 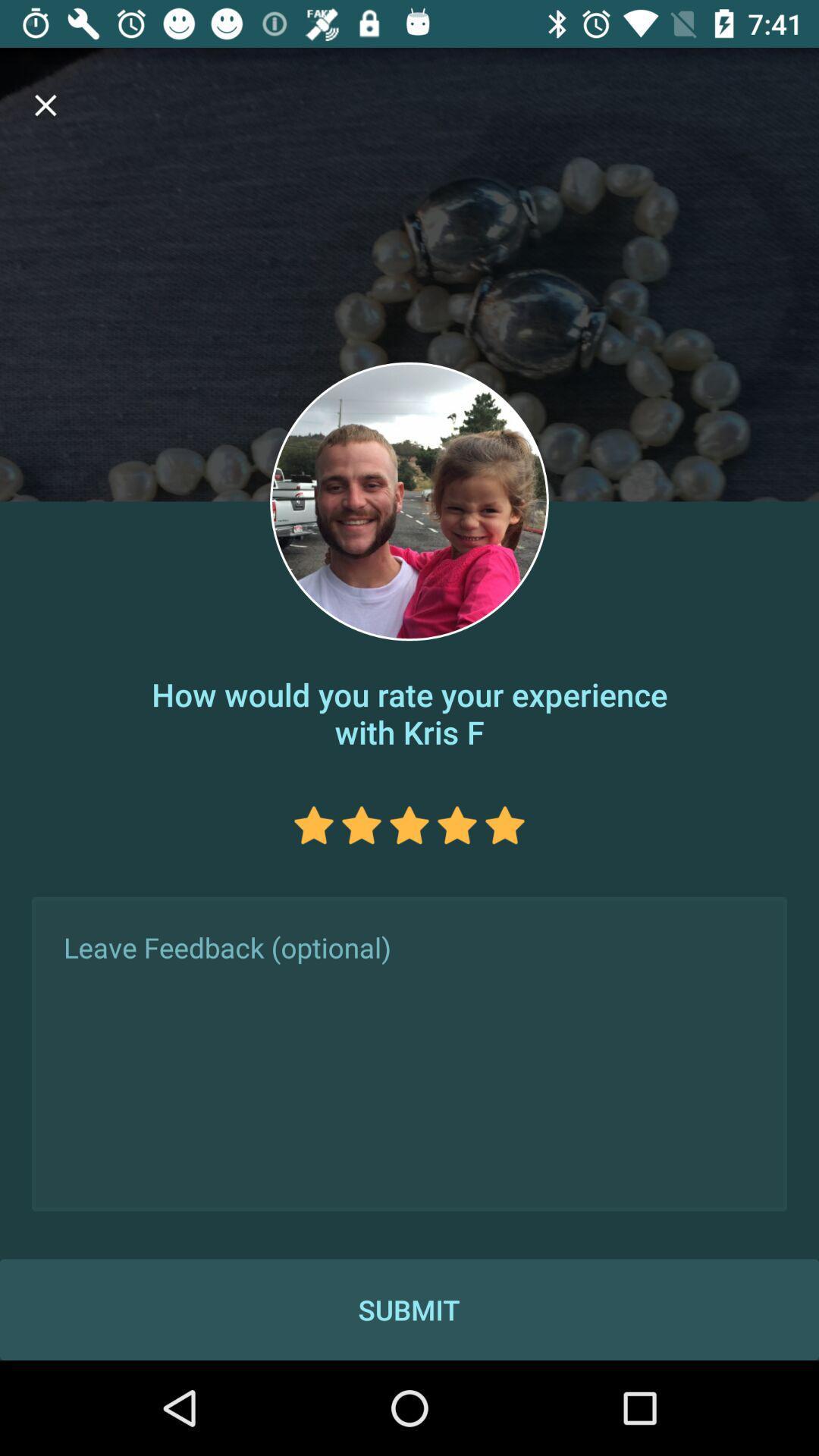 I want to click on five star, so click(x=505, y=824).